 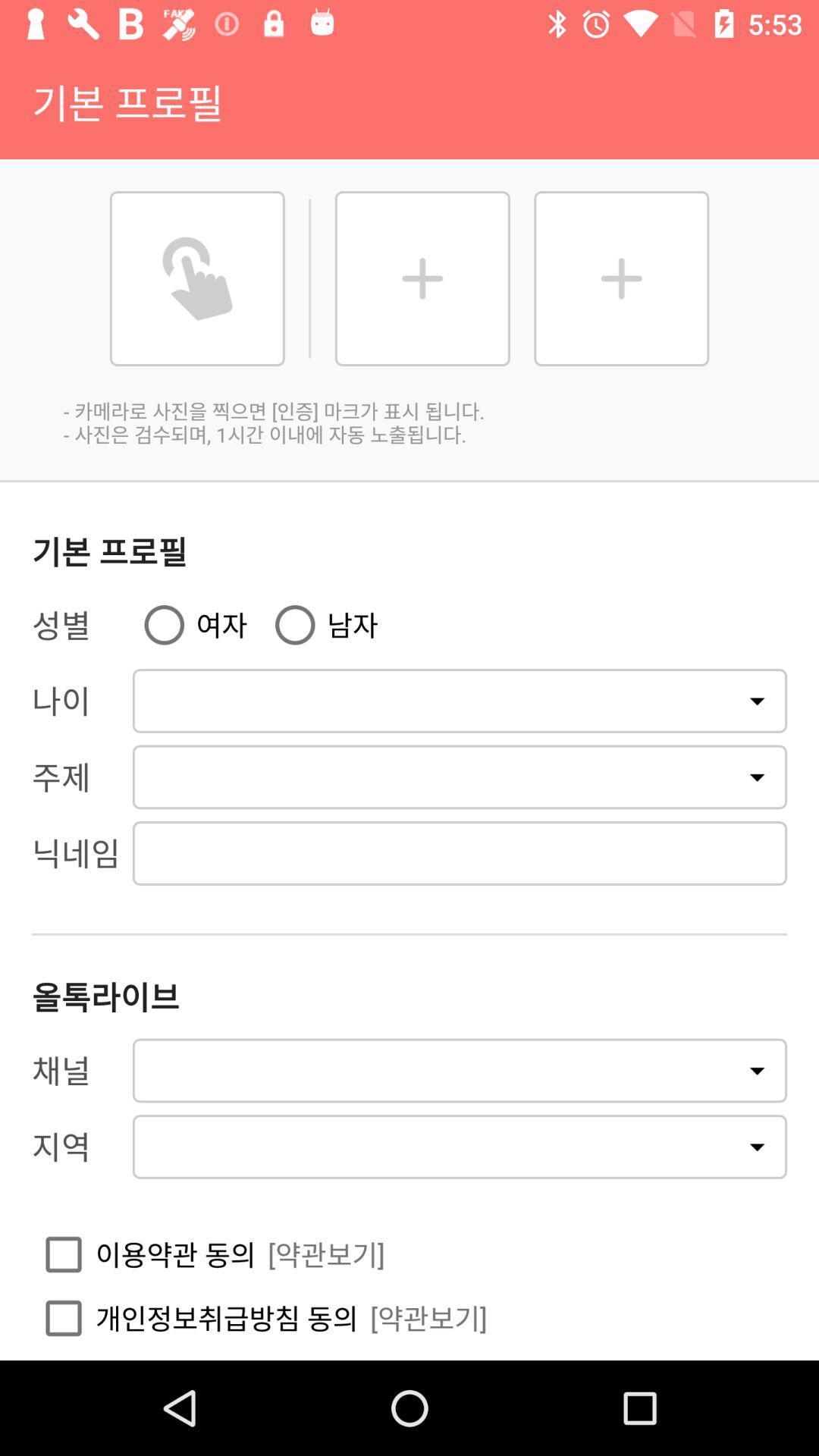 What do you see at coordinates (459, 777) in the screenshot?
I see `second drop down from the top` at bounding box center [459, 777].